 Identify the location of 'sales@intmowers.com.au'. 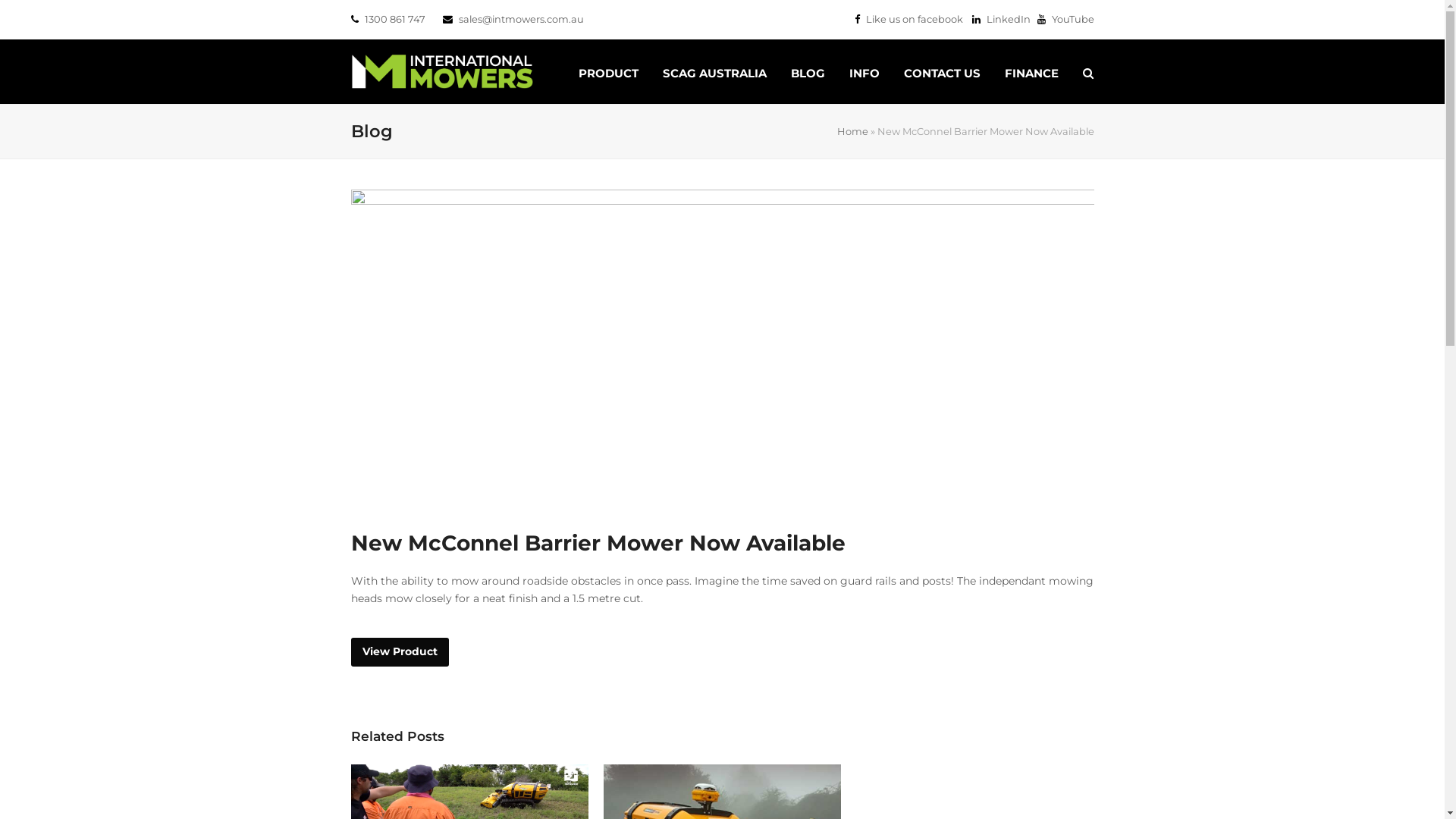
(520, 18).